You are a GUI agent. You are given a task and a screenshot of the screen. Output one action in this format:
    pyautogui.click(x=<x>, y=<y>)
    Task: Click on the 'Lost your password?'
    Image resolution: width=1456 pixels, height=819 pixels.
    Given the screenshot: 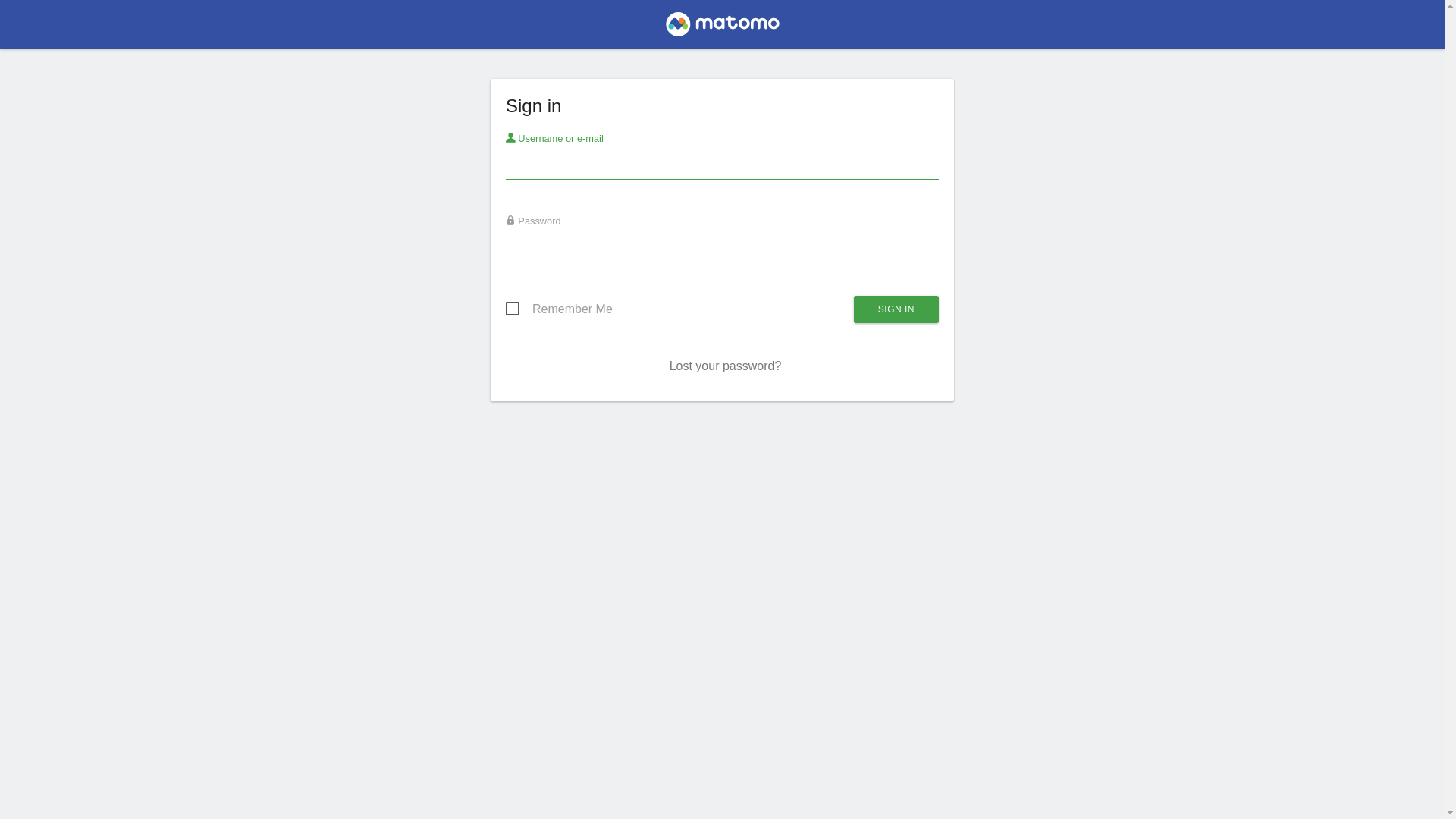 What is the action you would take?
    pyautogui.click(x=669, y=366)
    